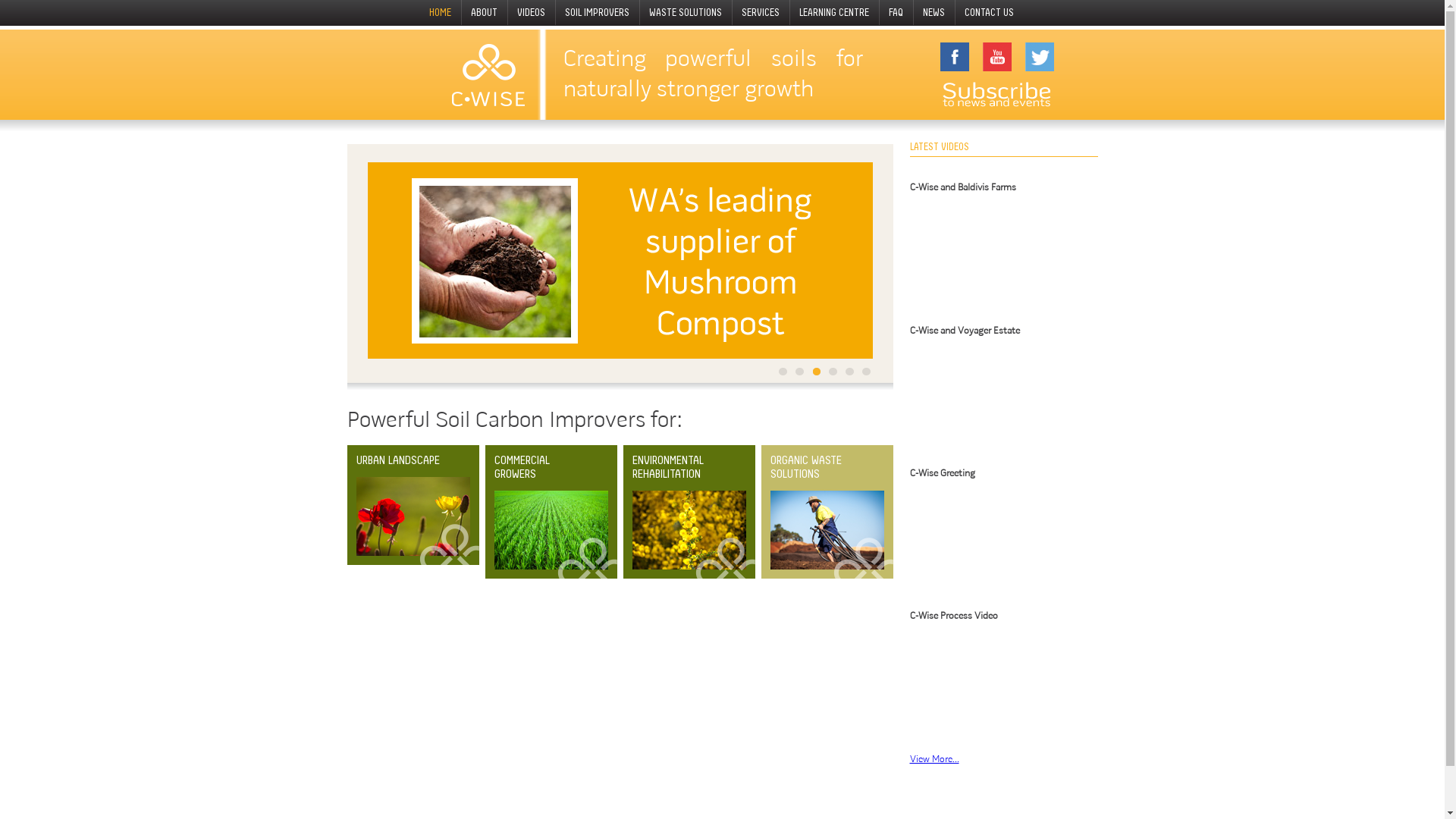  Describe the element at coordinates (990, 12) in the screenshot. I see `'CONTACT US'` at that location.